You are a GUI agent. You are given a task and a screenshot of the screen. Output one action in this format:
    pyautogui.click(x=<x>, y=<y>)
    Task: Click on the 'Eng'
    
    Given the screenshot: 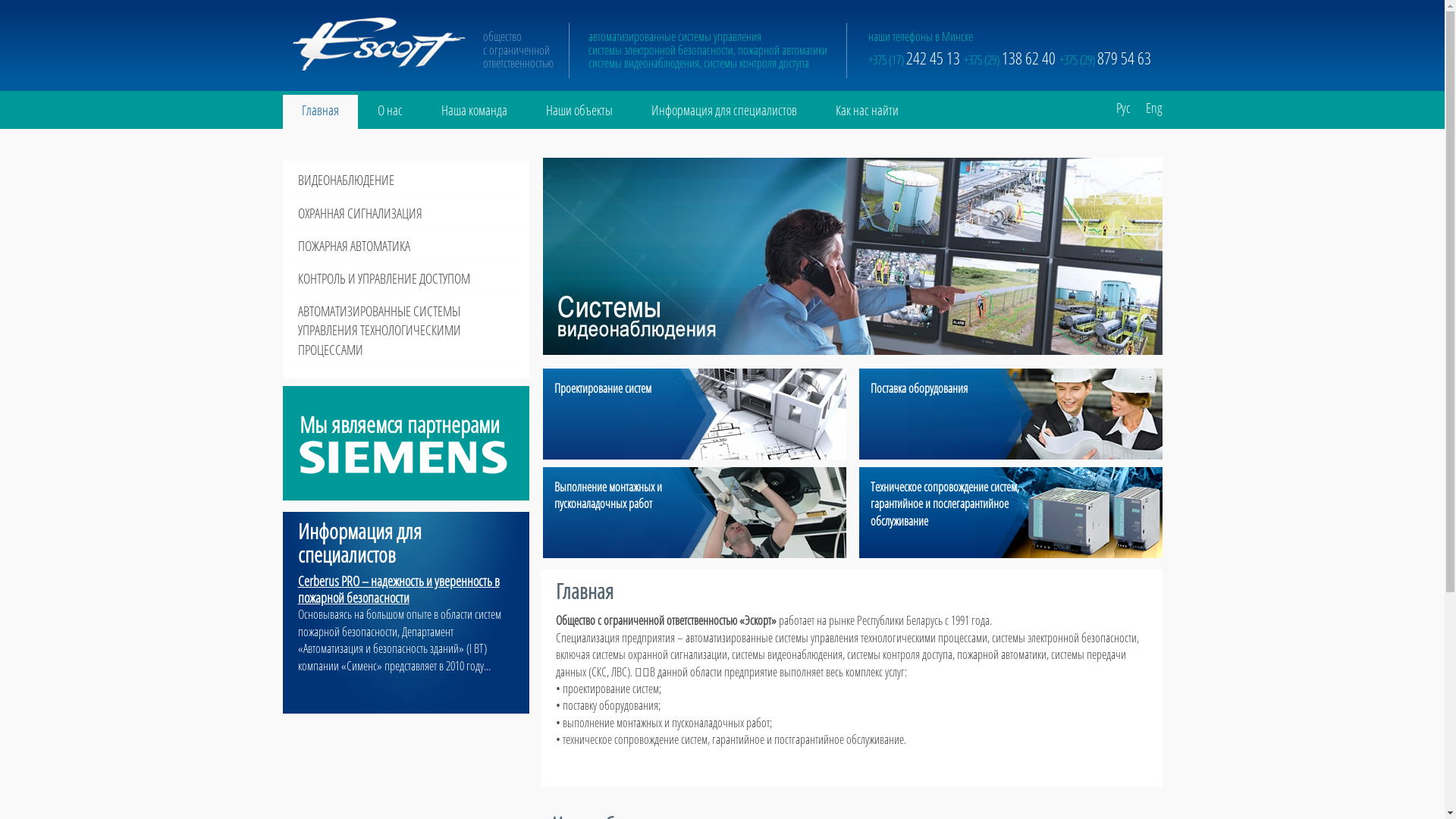 What is the action you would take?
    pyautogui.click(x=1146, y=102)
    